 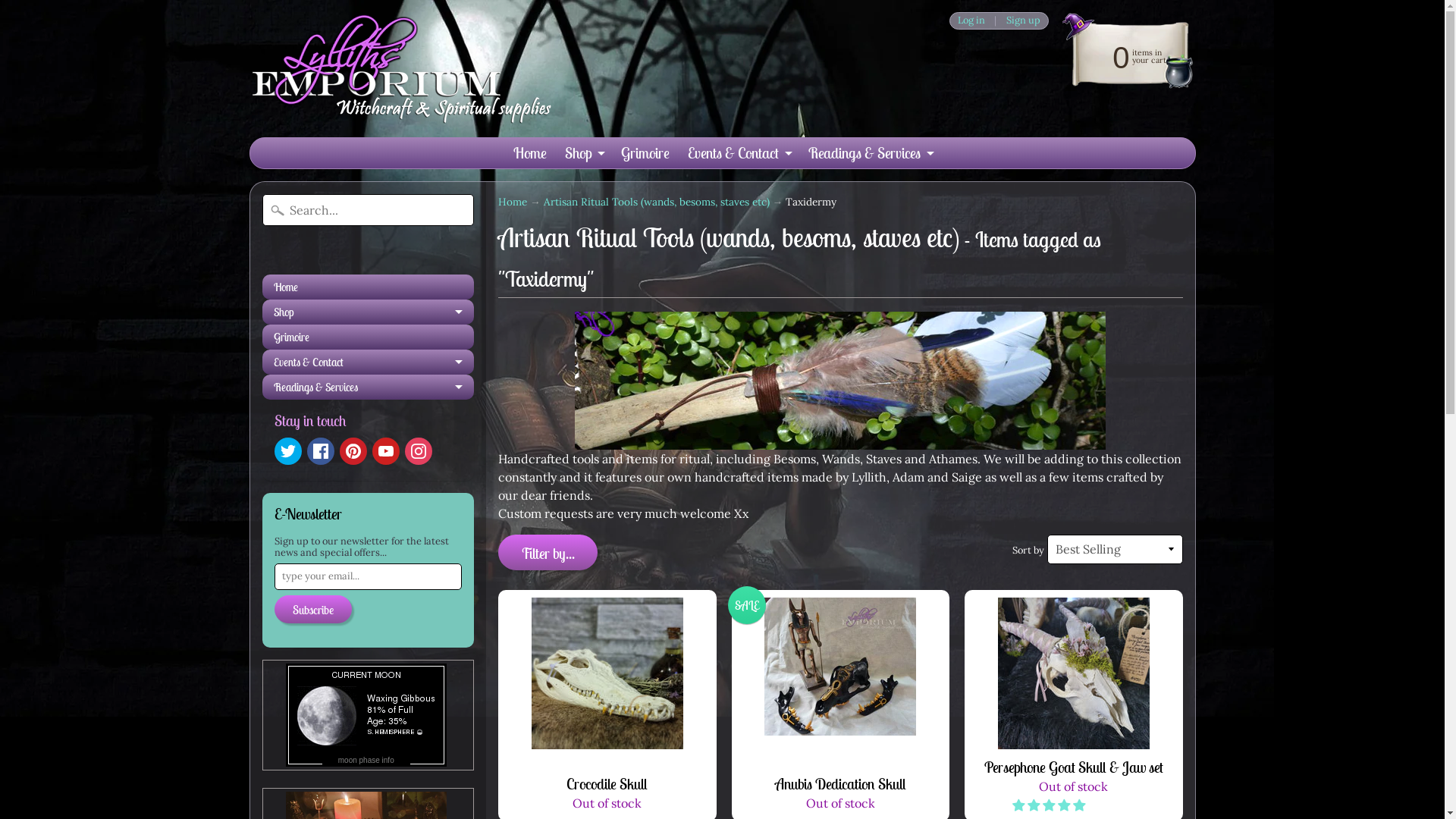 What do you see at coordinates (513, 201) in the screenshot?
I see `'Home'` at bounding box center [513, 201].